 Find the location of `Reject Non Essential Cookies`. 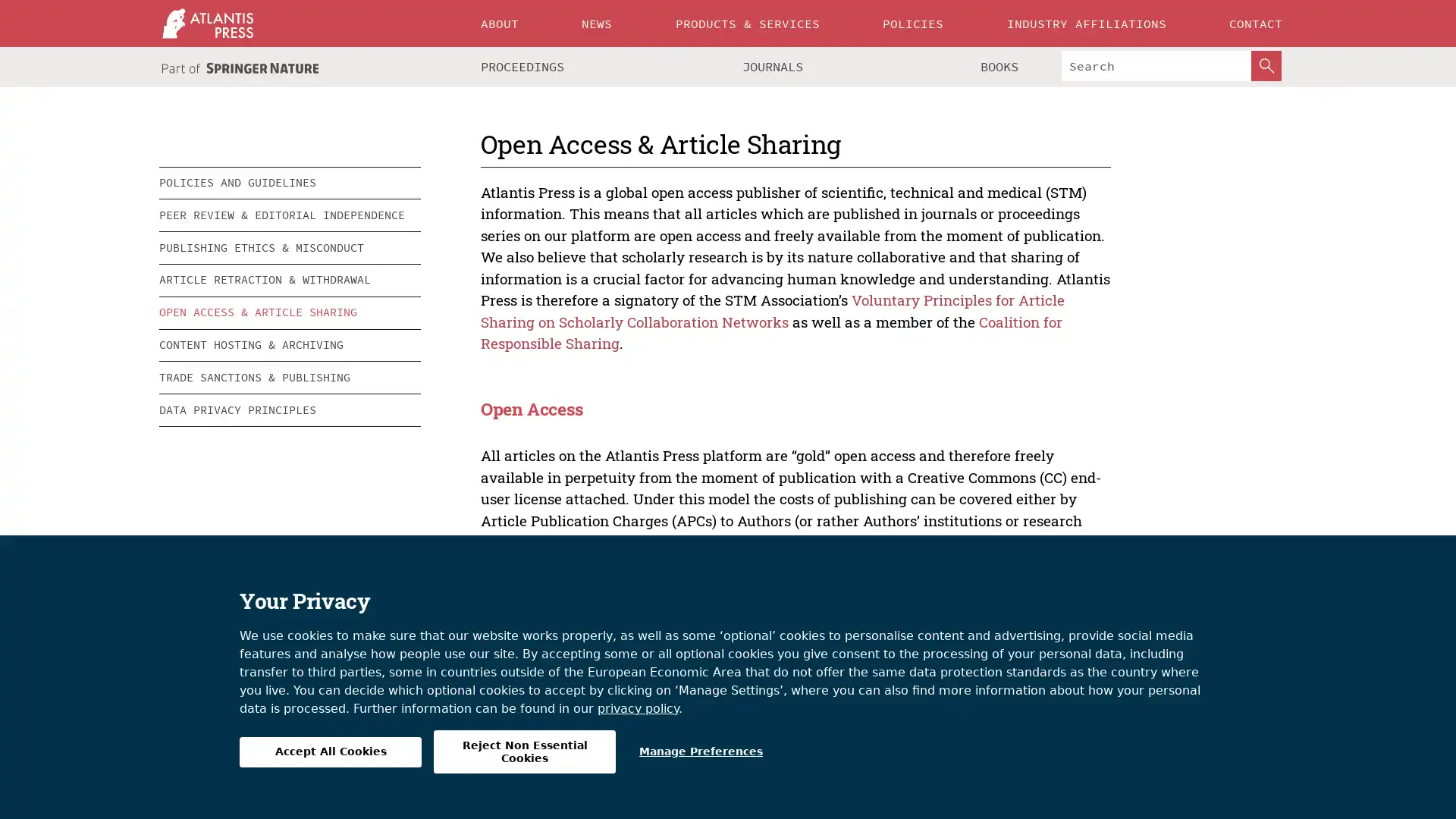

Reject Non Essential Cookies is located at coordinates (524, 752).